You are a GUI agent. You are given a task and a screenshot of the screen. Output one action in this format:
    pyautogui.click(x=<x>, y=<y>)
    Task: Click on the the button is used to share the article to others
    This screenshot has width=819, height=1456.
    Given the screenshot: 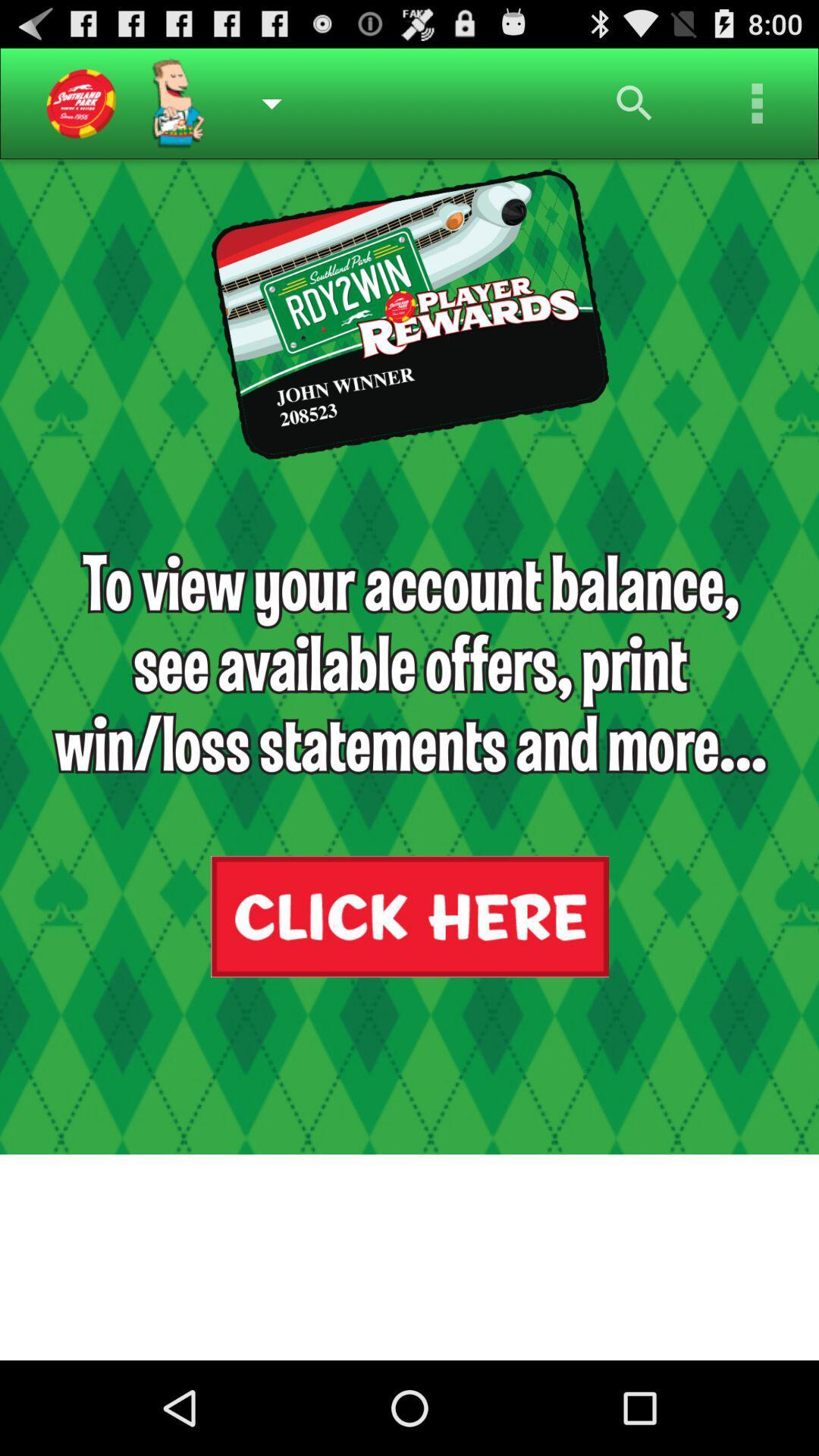 What is the action you would take?
    pyautogui.click(x=758, y=102)
    